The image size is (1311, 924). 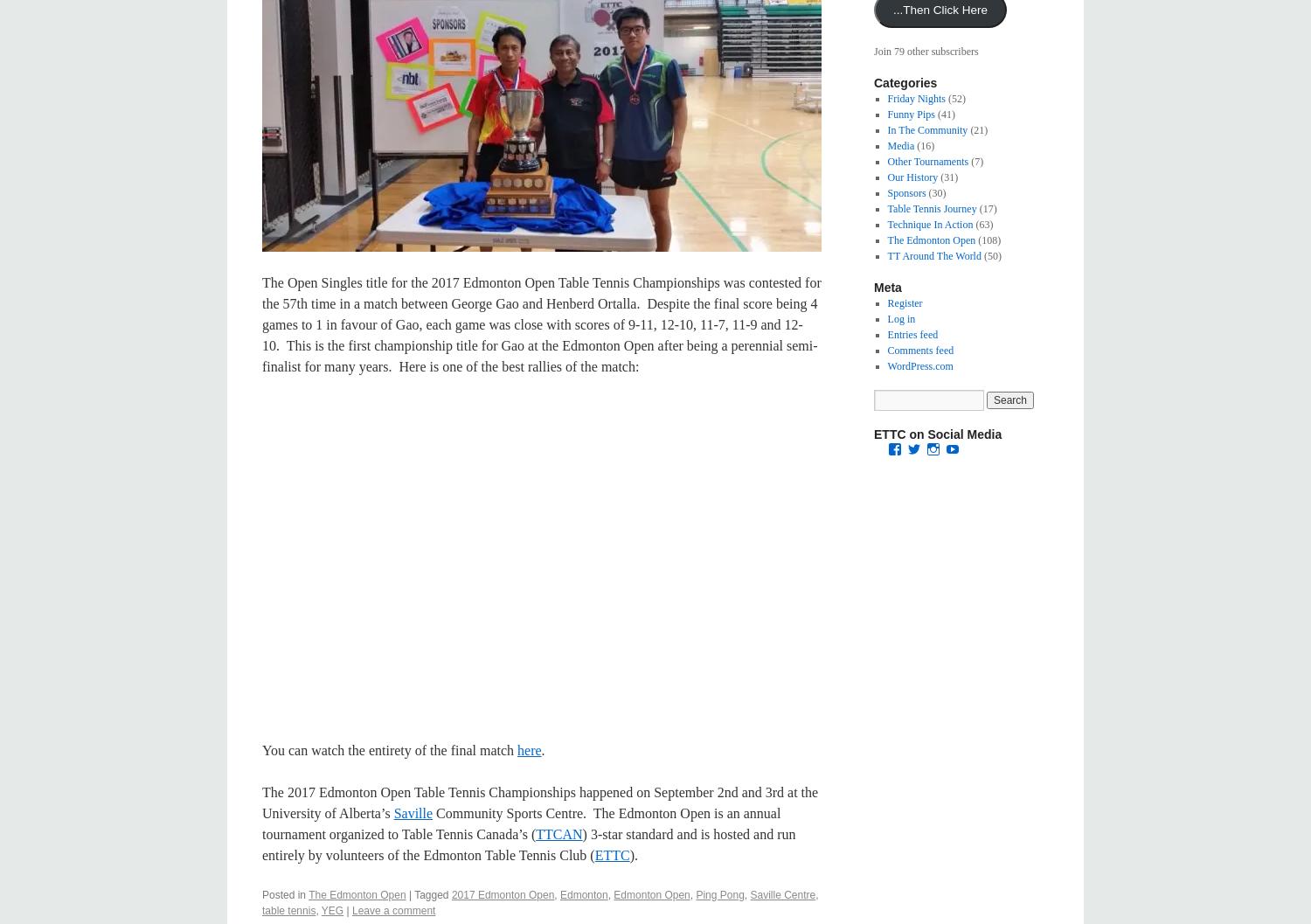 What do you see at coordinates (520, 823) in the screenshot?
I see `'Community Sports Centre.  The Edmonton Open is an annual tournament organized to Table Tennis Canada’s ('` at bounding box center [520, 823].